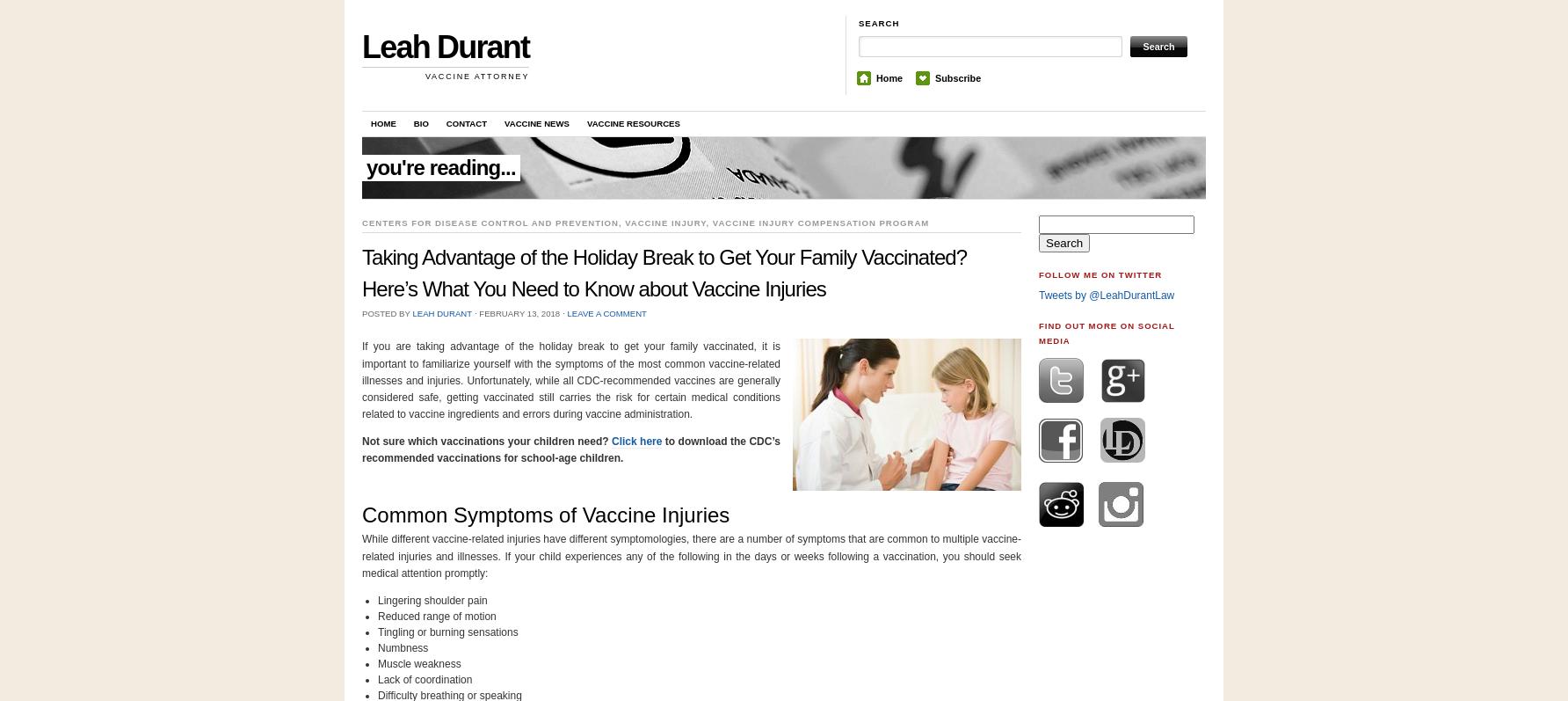  Describe the element at coordinates (425, 678) in the screenshot. I see `'Lack of coordination'` at that location.